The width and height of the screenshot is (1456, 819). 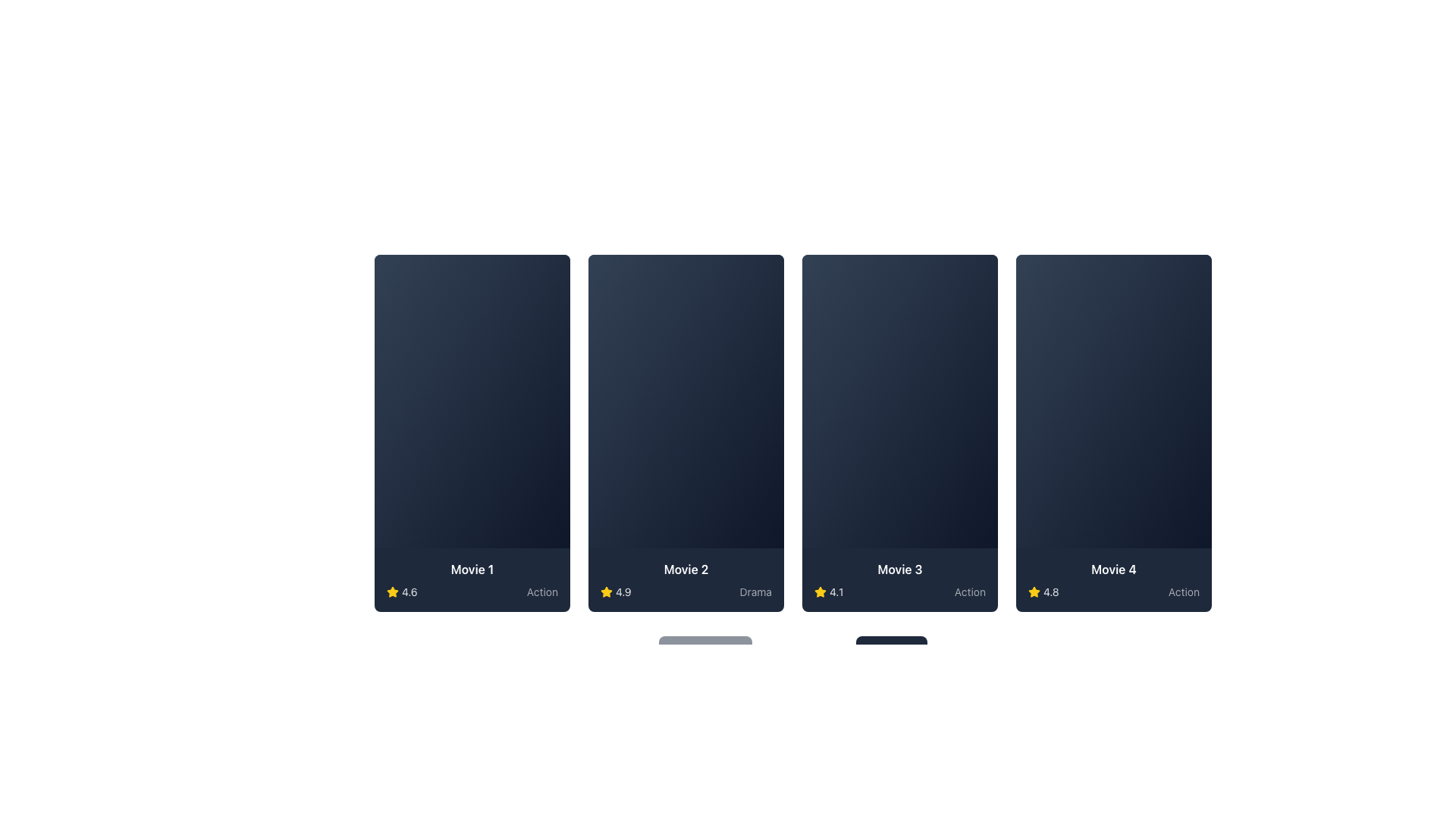 What do you see at coordinates (678, 651) in the screenshot?
I see `the Chevron Left icon, which is a back navigation button styled with the 'lucide-chevron-left' class` at bounding box center [678, 651].